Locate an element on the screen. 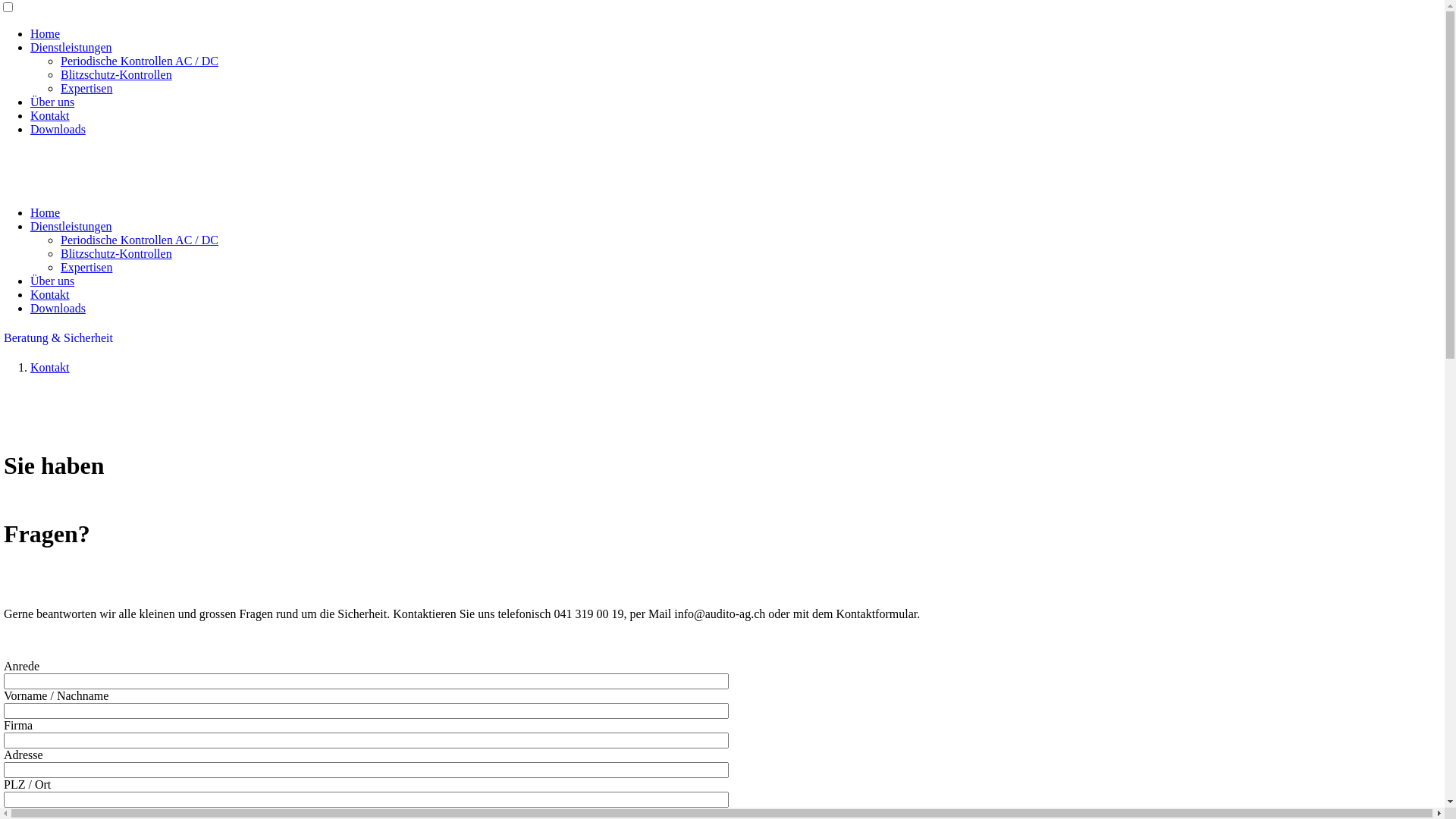 This screenshot has height=819, width=1456. 'Kontakt' is located at coordinates (50, 115).